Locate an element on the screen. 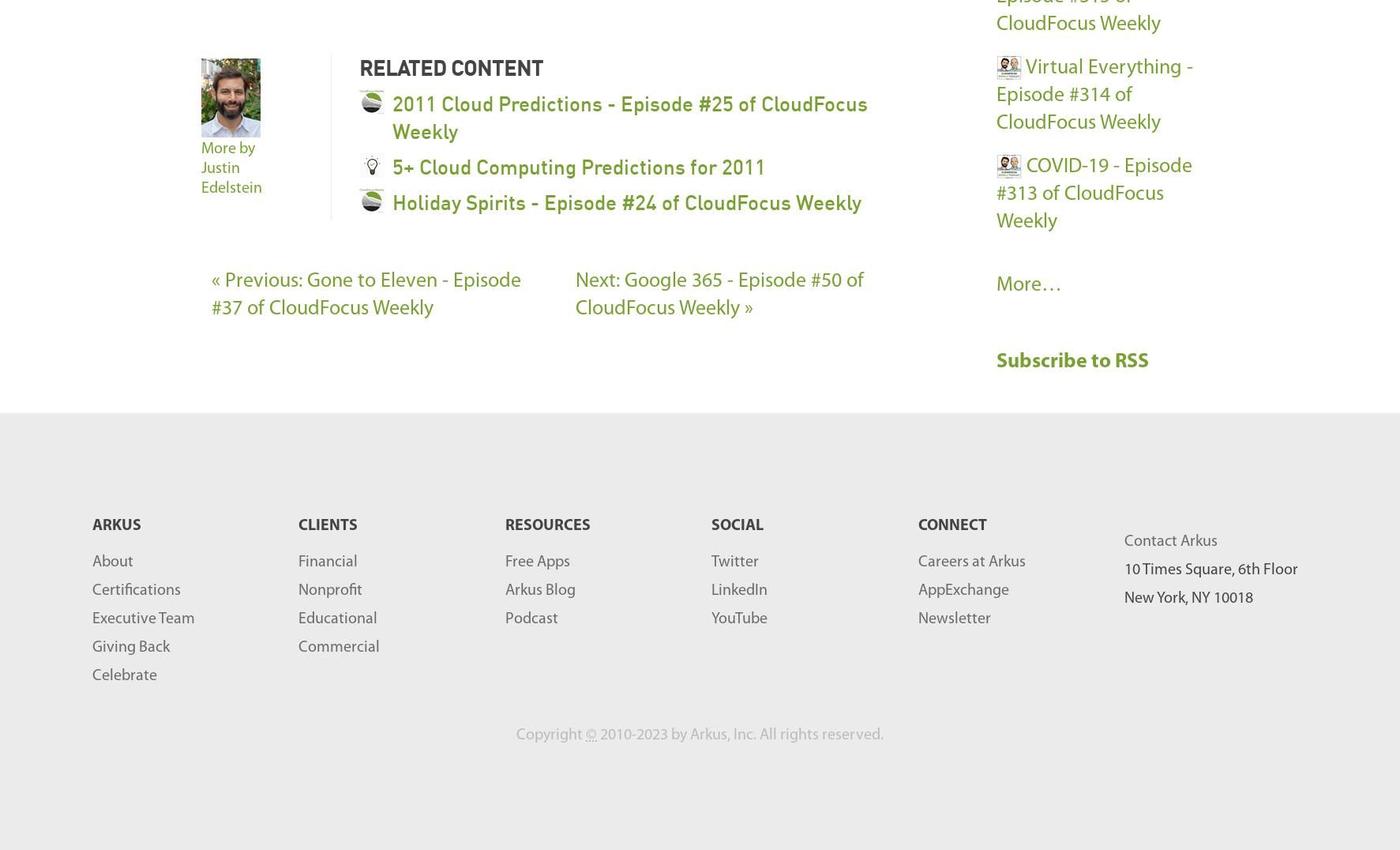 The height and width of the screenshot is (850, 1400). 'COVID-19 - Episode #313 of CloudFocus Weekly' is located at coordinates (1093, 194).